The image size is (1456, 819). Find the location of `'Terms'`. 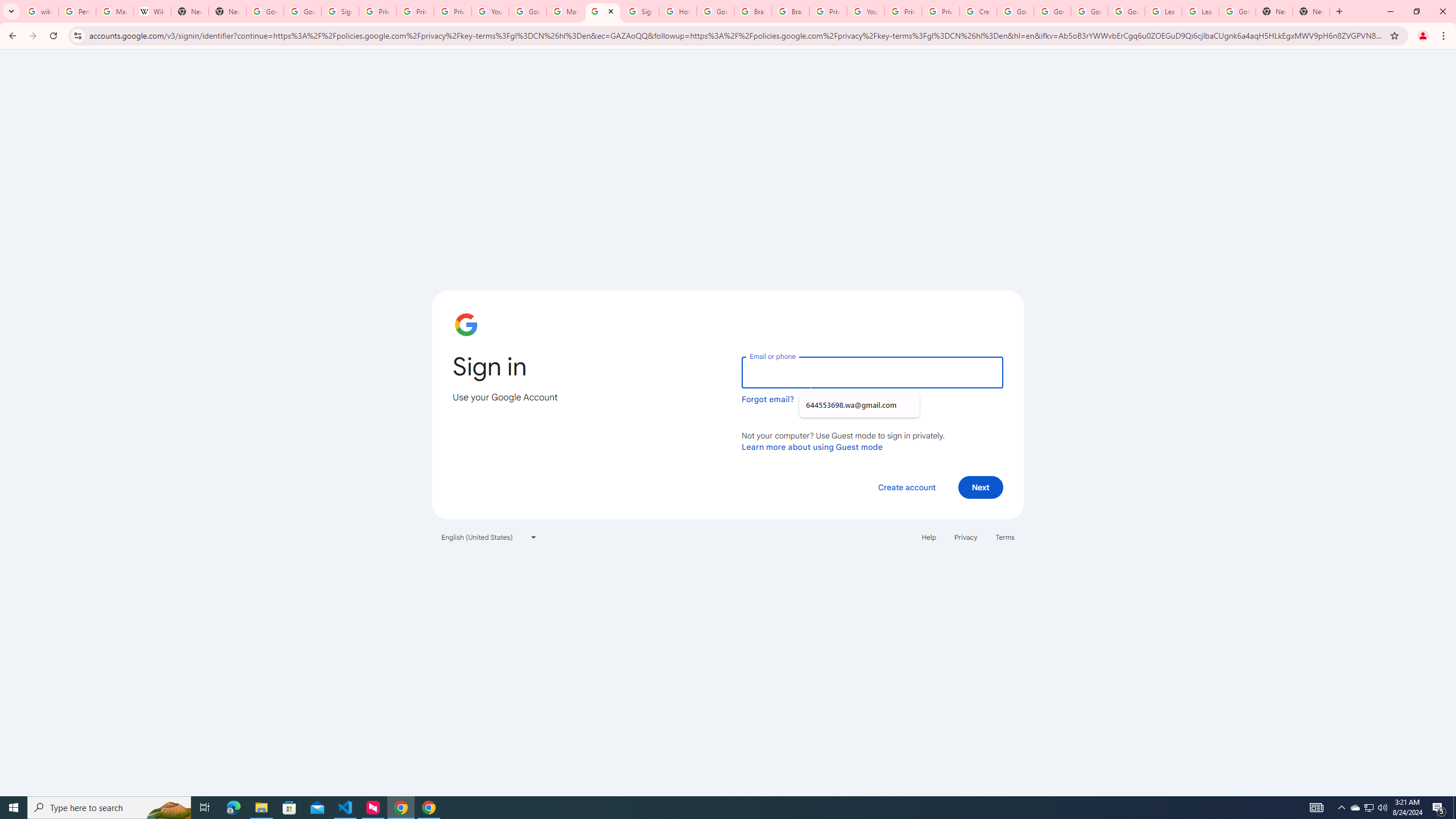

'Terms' is located at coordinates (1004, 536).